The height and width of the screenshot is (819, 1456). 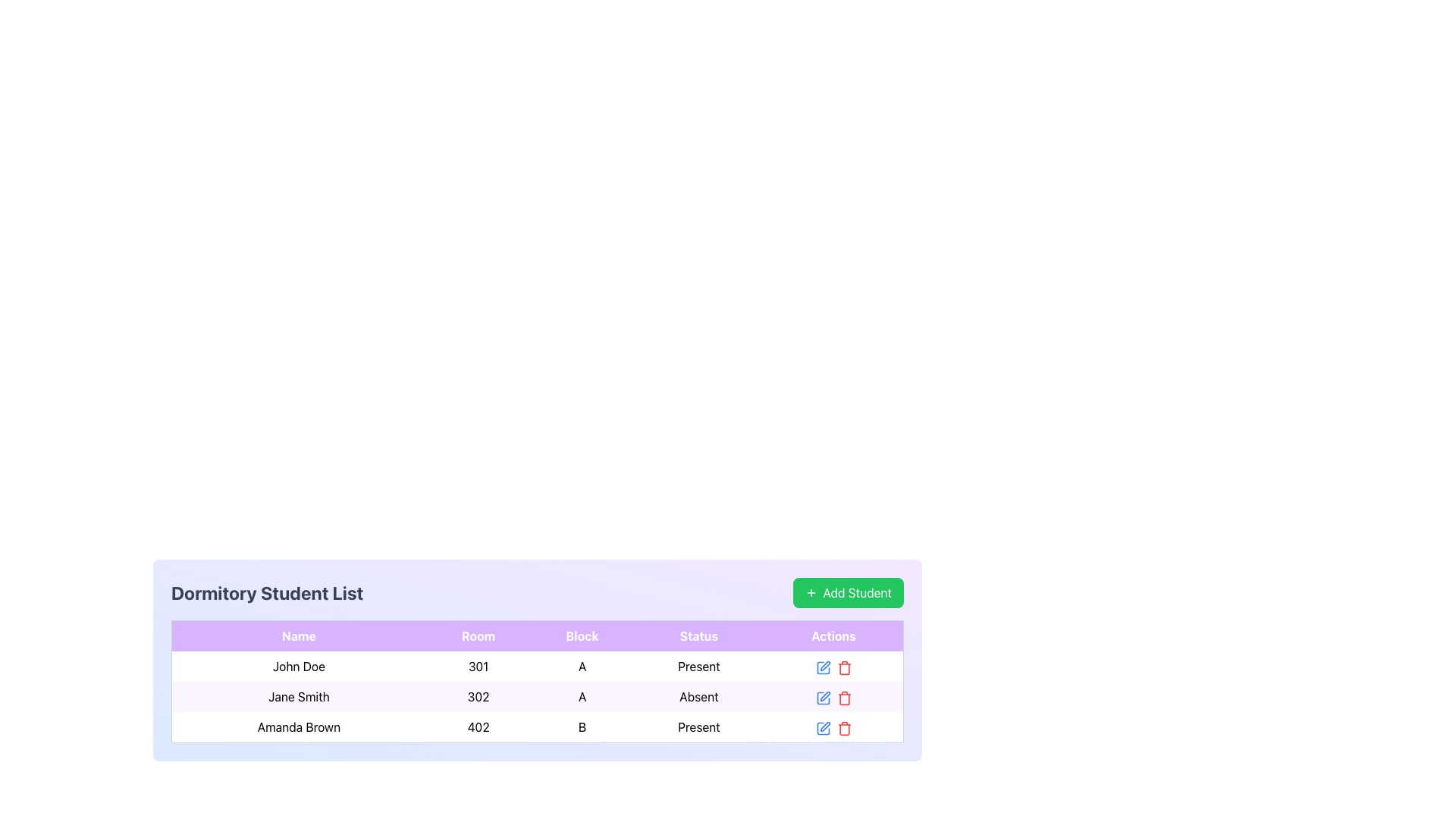 What do you see at coordinates (810, 592) in the screenshot?
I see `the plus (+) icon located to the left of the 'Add Student' text label within the green button at the top-right corner of the table` at bounding box center [810, 592].